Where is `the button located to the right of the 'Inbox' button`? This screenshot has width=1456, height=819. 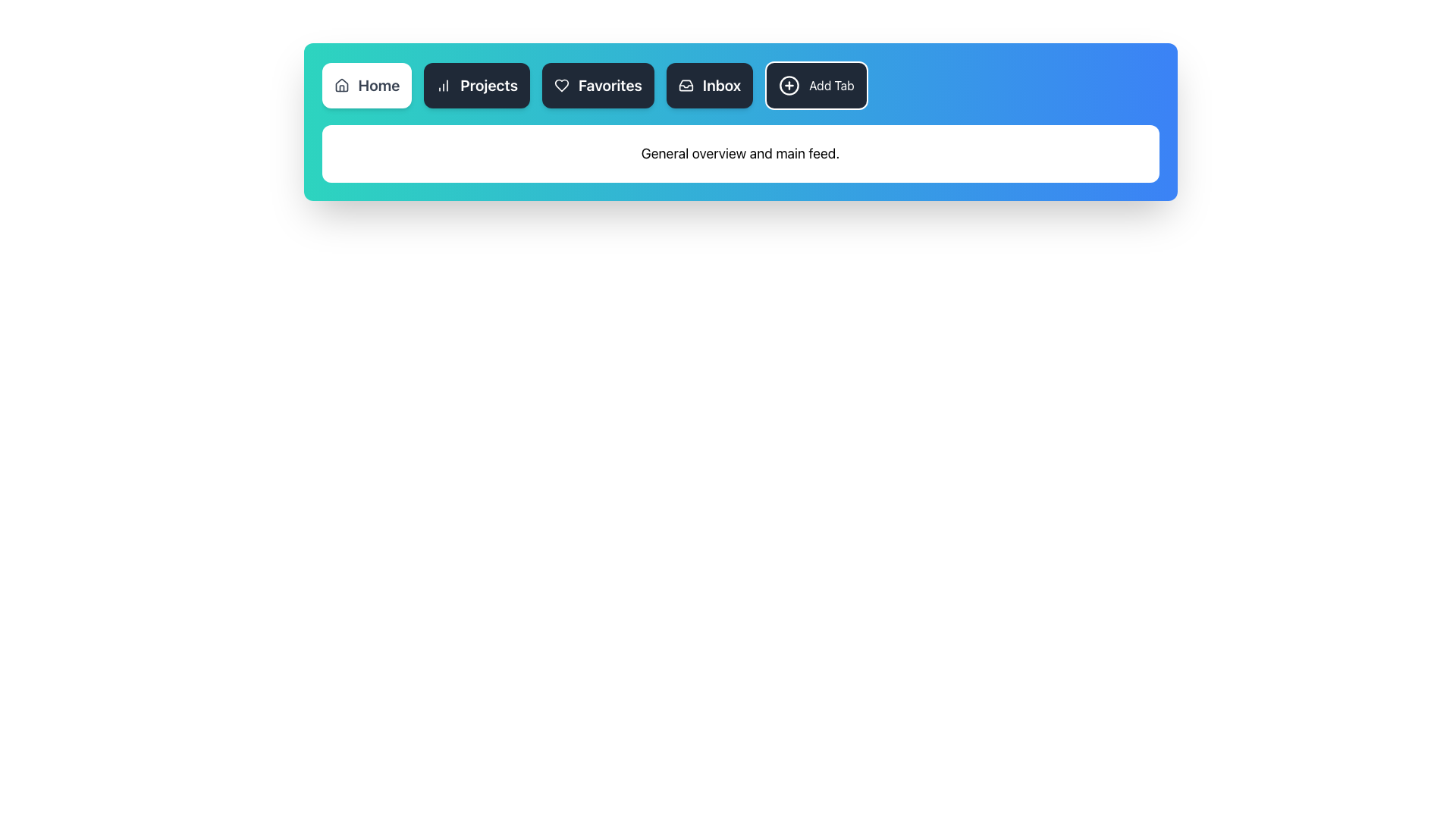
the button located to the right of the 'Inbox' button is located at coordinates (815, 85).